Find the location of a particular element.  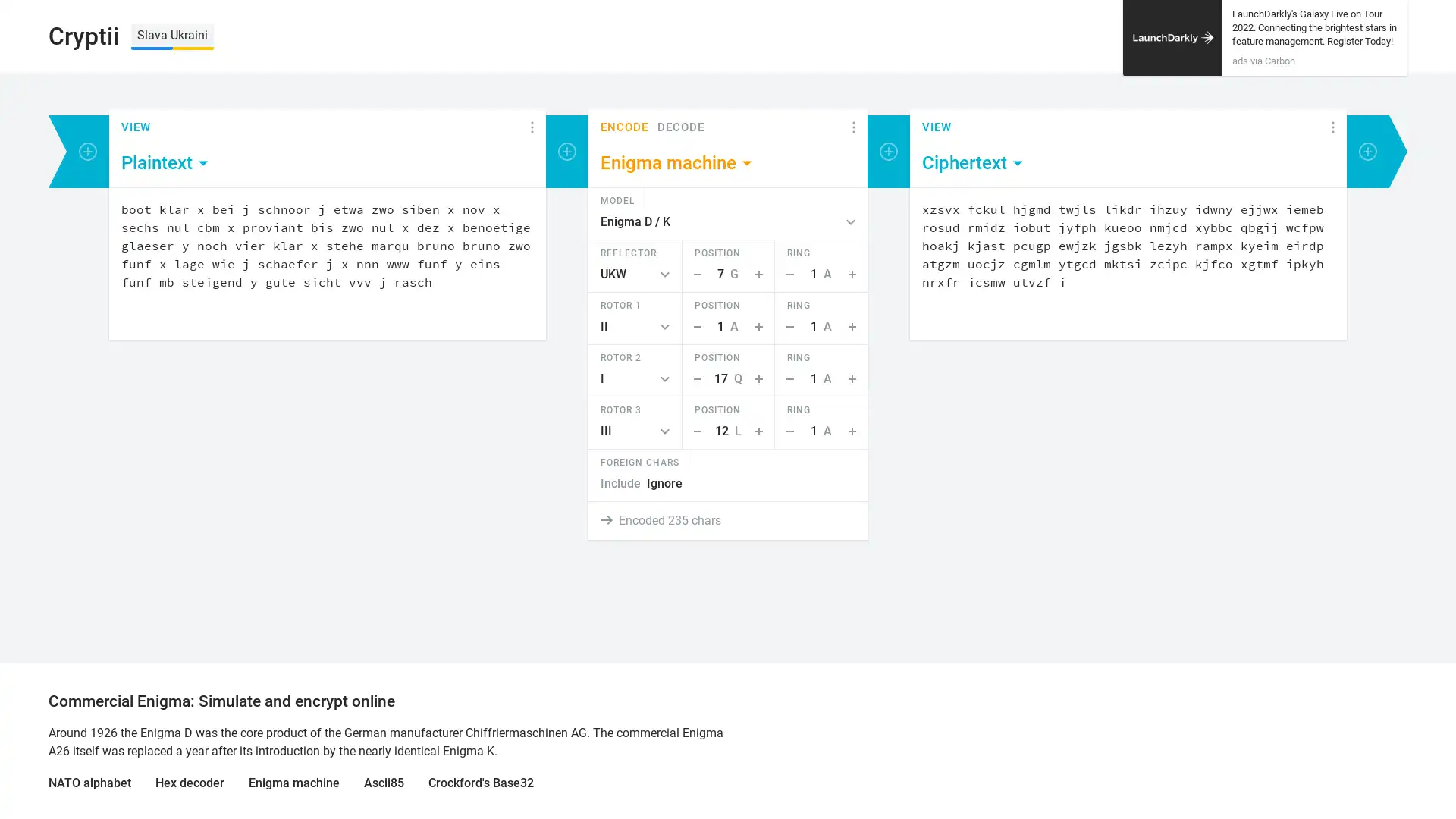

Step Up is located at coordinates (761, 378).